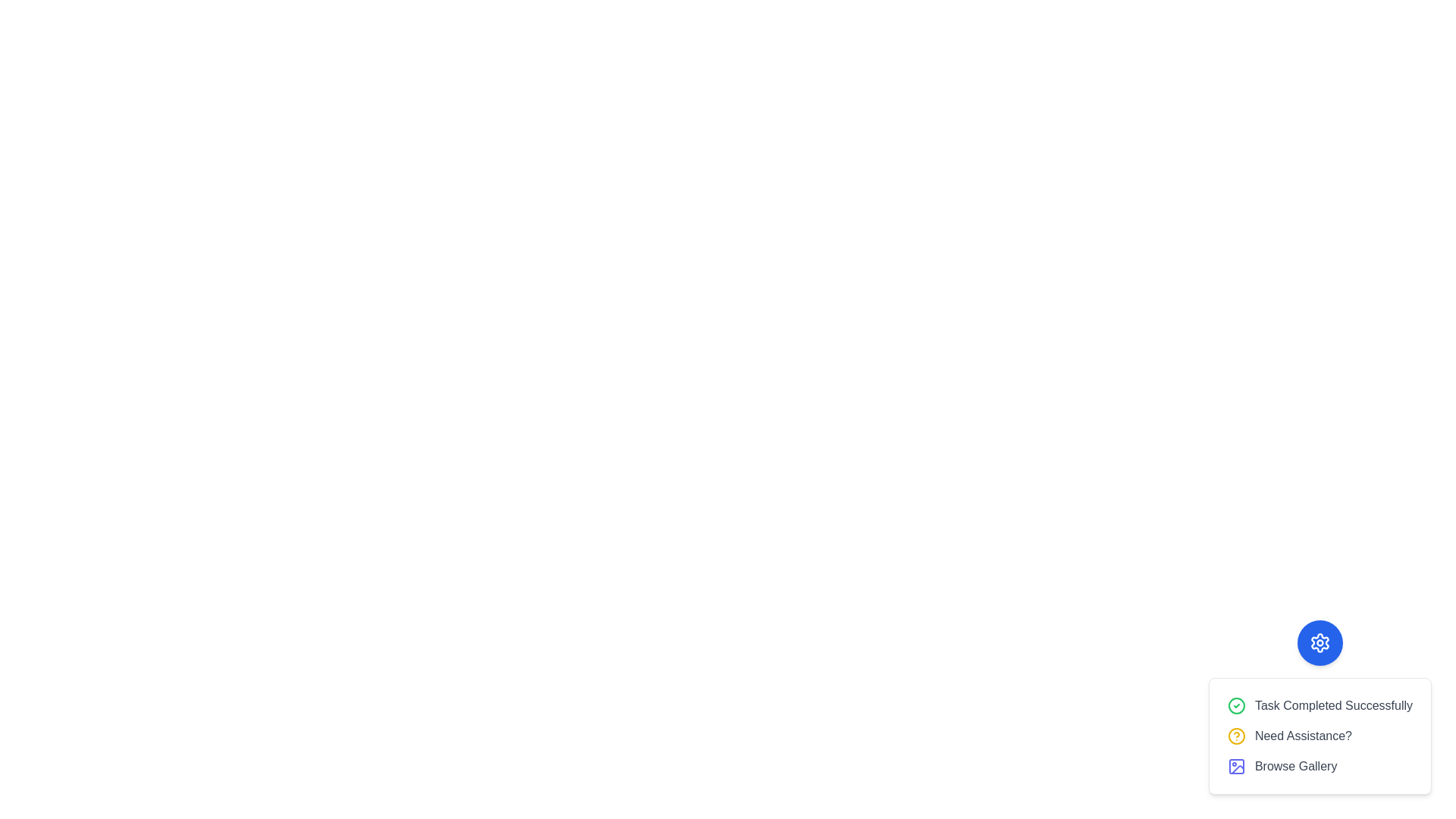 The image size is (1456, 819). Describe the element at coordinates (1236, 766) in the screenshot. I see `the largest rectangular component of the icon that serves as a background or structural part of the SVG group` at that location.